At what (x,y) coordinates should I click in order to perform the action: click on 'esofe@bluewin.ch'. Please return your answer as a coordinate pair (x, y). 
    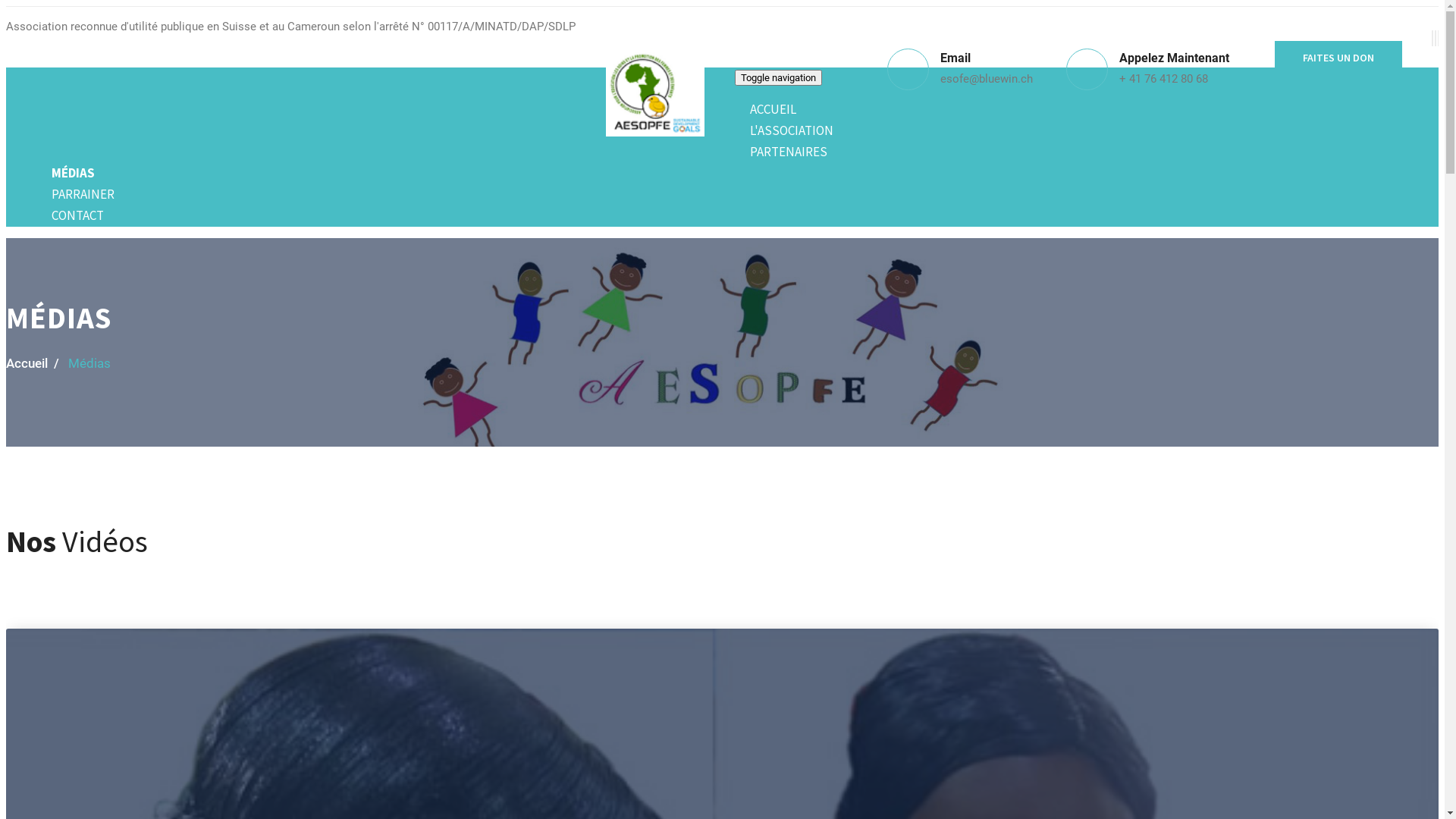
    Looking at the image, I should click on (986, 79).